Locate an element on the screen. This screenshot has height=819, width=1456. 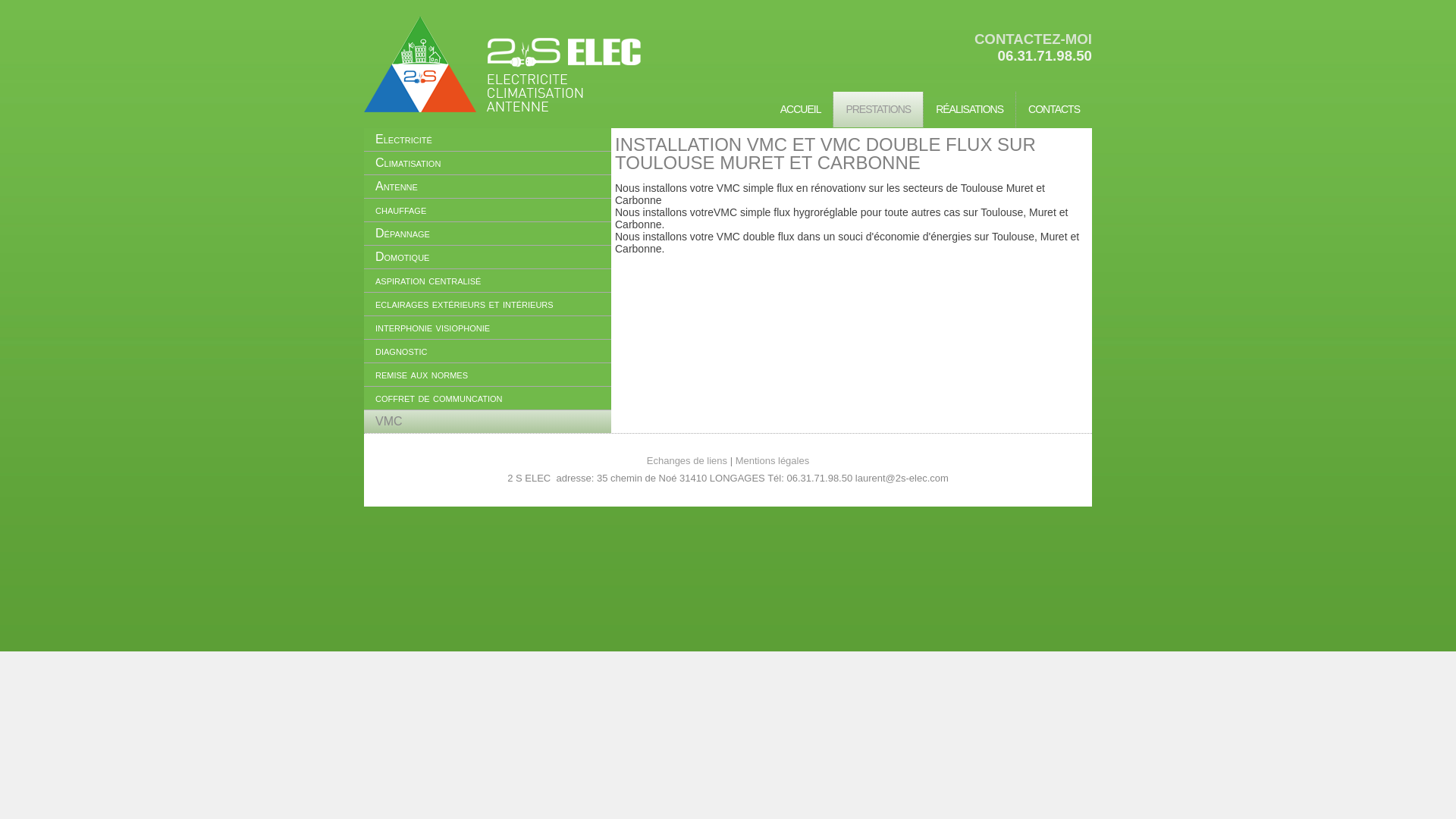
'VMC' is located at coordinates (488, 421).